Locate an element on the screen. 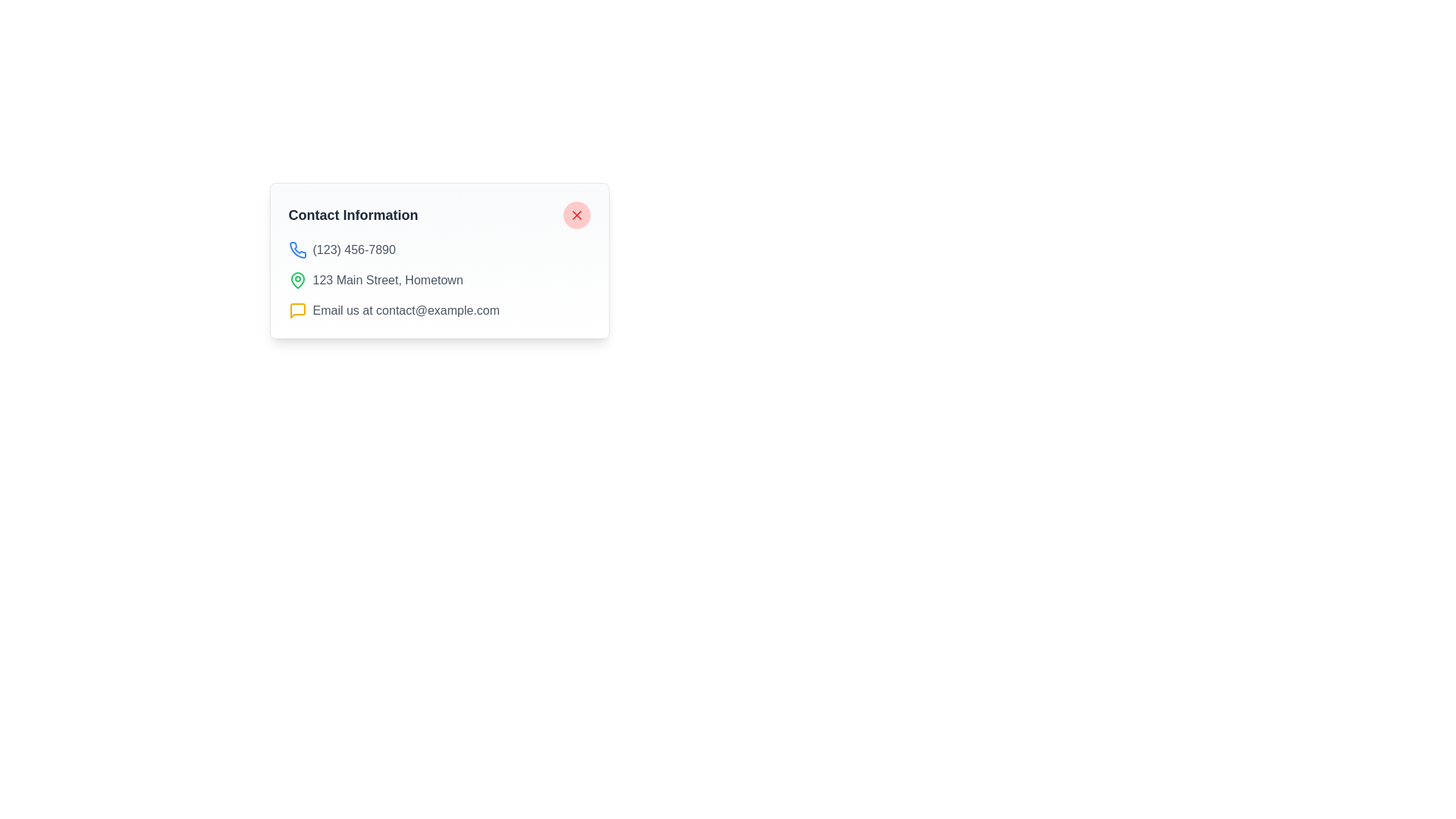 This screenshot has width=1456, height=819. the phone contact icon located at the top left corner of the 'Contact Information' card, next to the phone number '(123) 456-7890' is located at coordinates (297, 249).